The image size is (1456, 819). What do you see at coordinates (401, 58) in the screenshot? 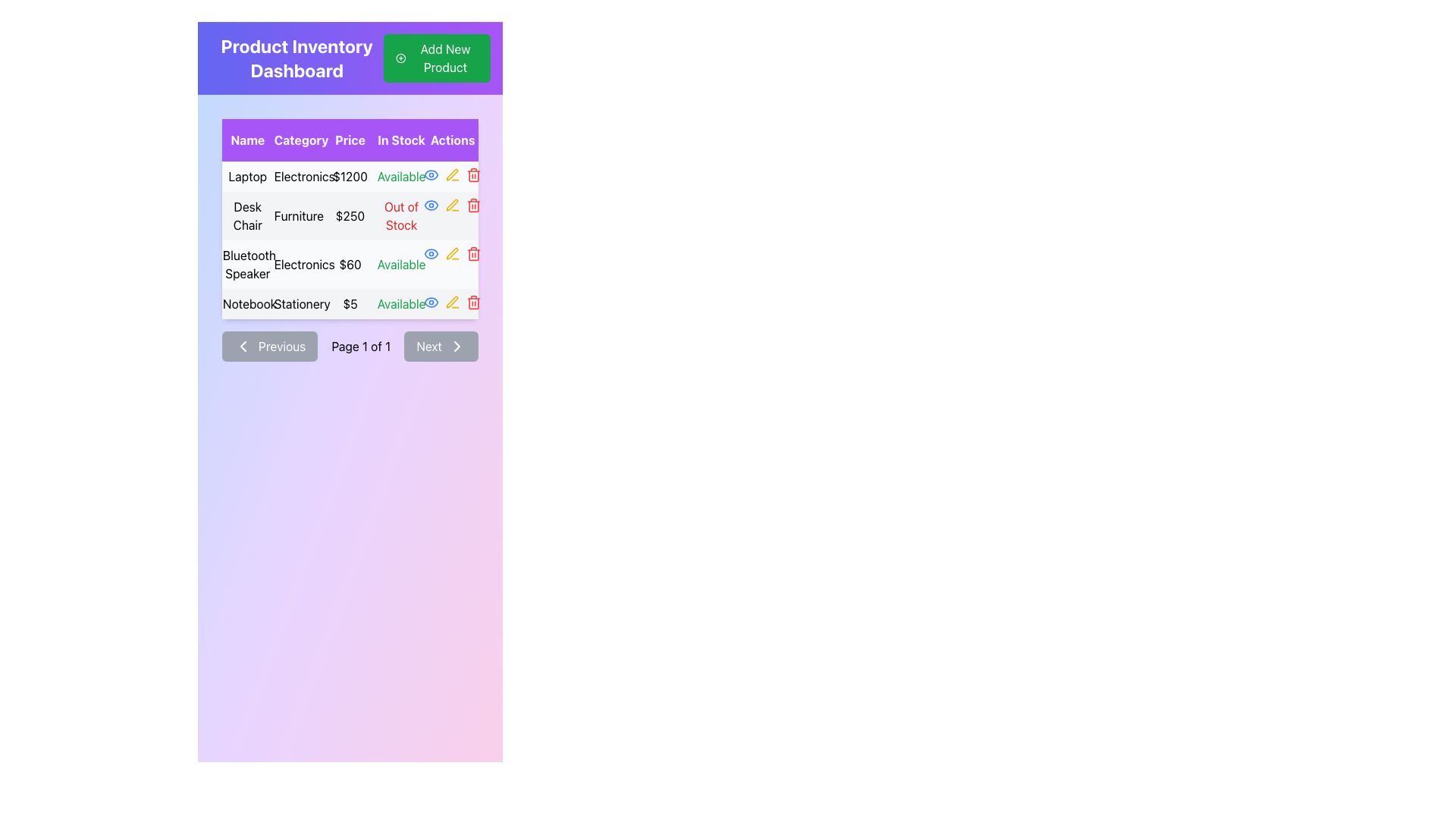
I see `the Circular SVG graphic that represents the 'Add New Product' button, located at the top-right section of the interface` at bounding box center [401, 58].